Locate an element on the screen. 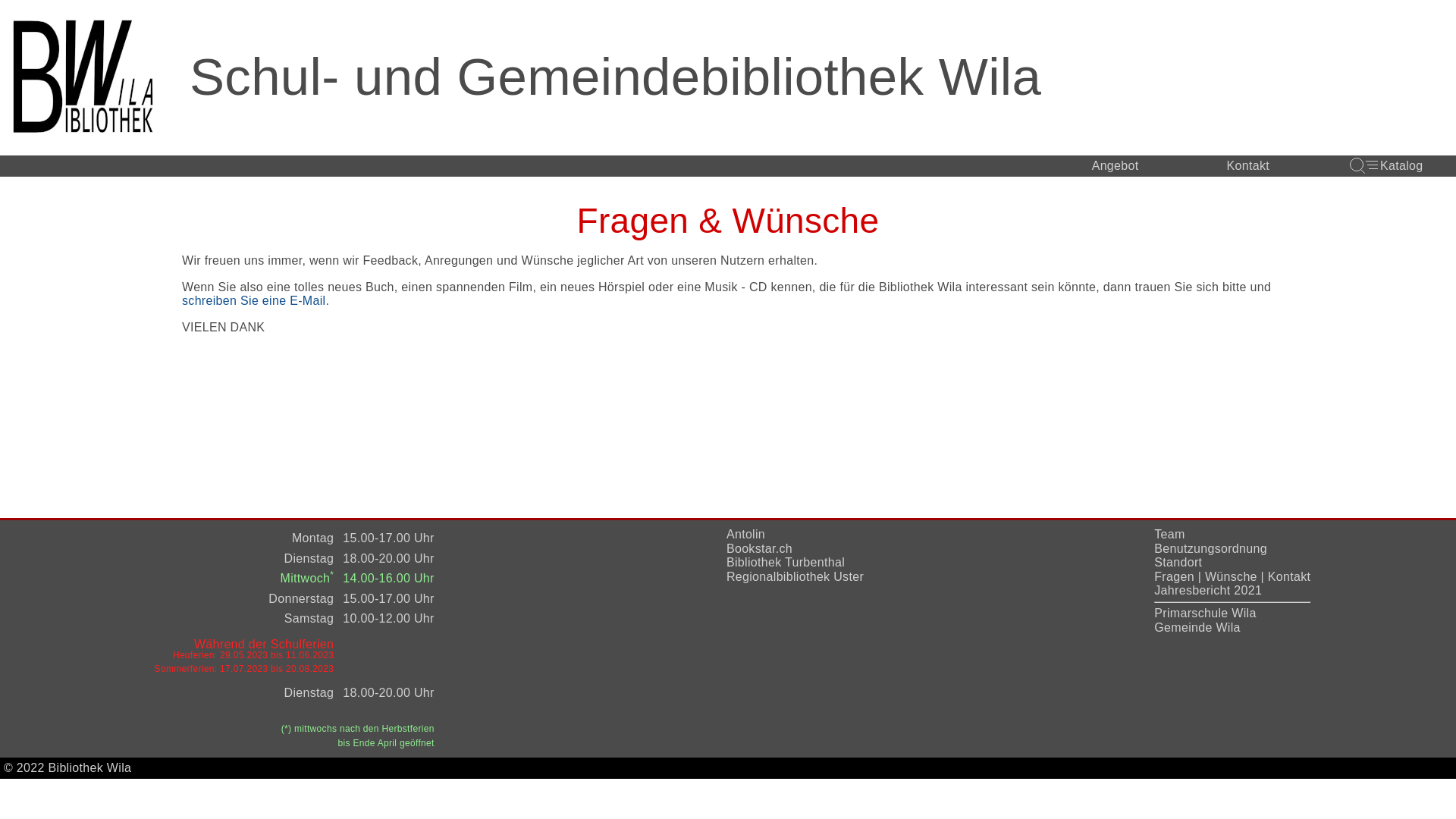  'Kontakt' is located at coordinates (1248, 166).